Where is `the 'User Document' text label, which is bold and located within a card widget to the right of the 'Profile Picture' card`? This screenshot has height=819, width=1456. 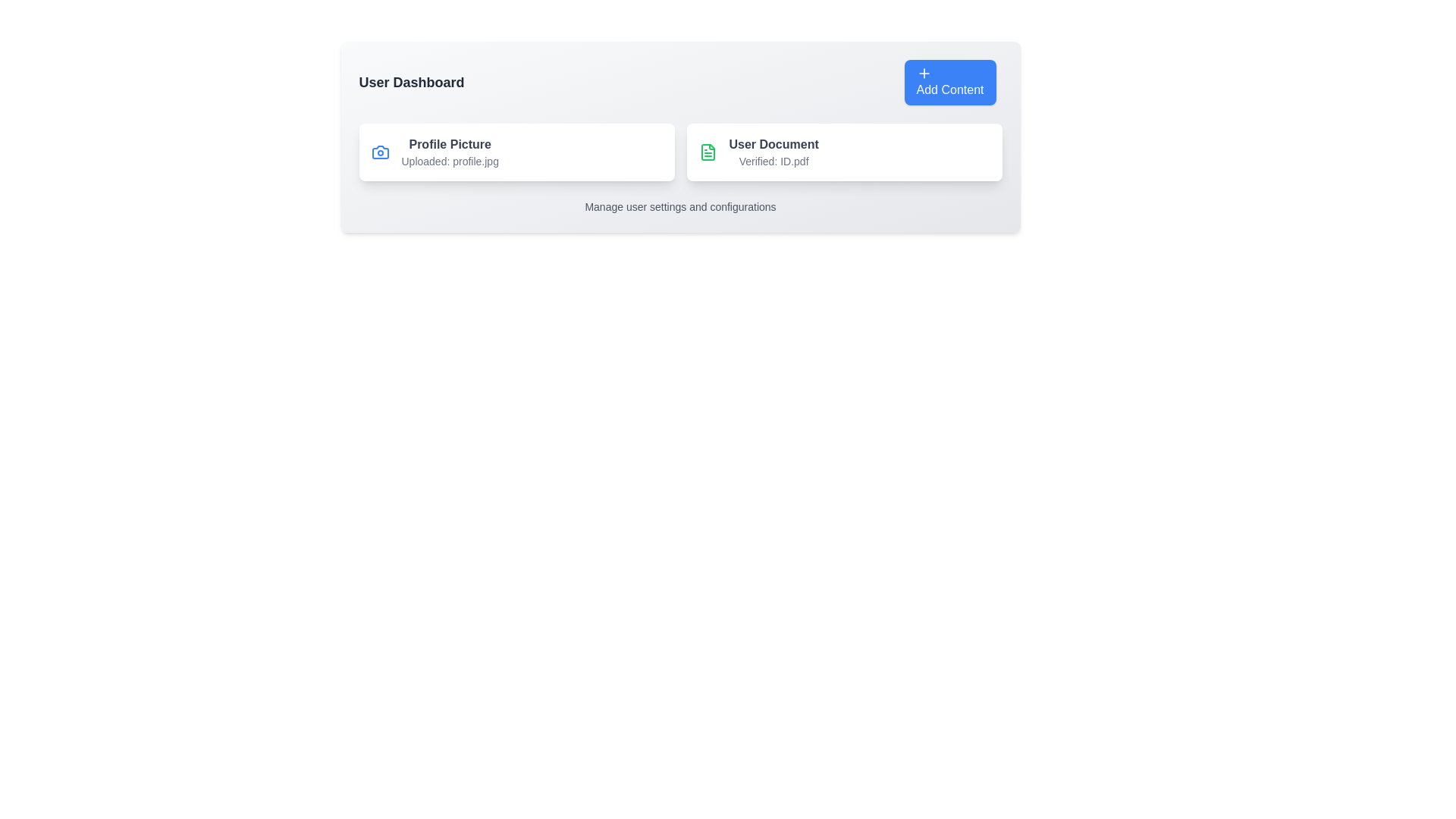 the 'User Document' text label, which is bold and located within a card widget to the right of the 'Profile Picture' card is located at coordinates (773, 152).